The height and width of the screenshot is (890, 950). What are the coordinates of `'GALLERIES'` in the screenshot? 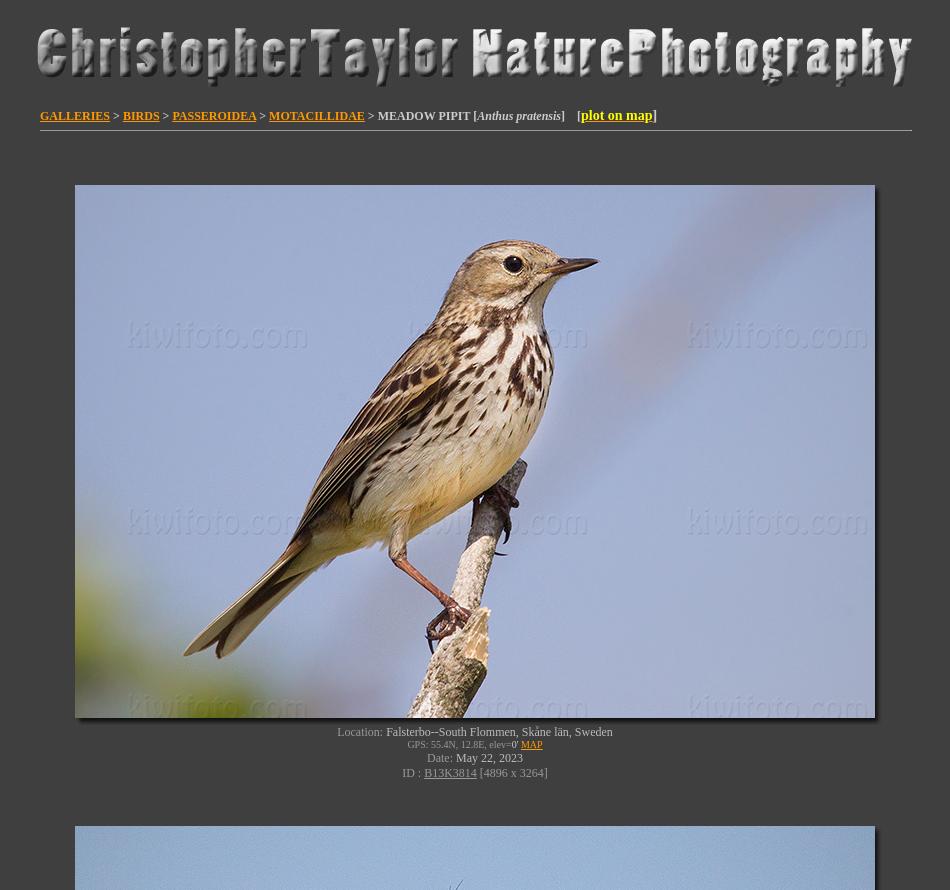 It's located at (74, 114).